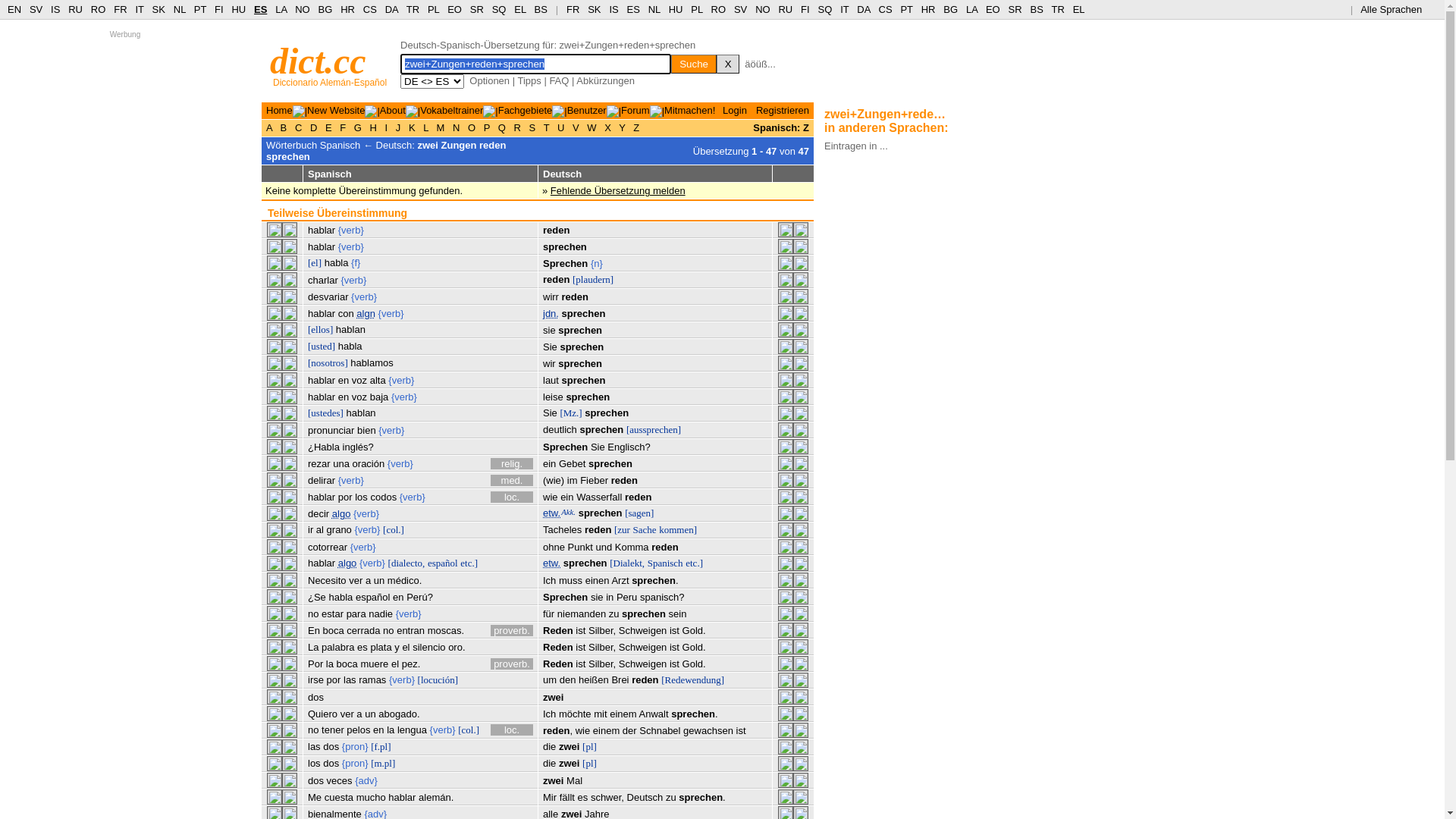 This screenshot has width=1456, height=819. I want to click on 'en', so click(372, 729).